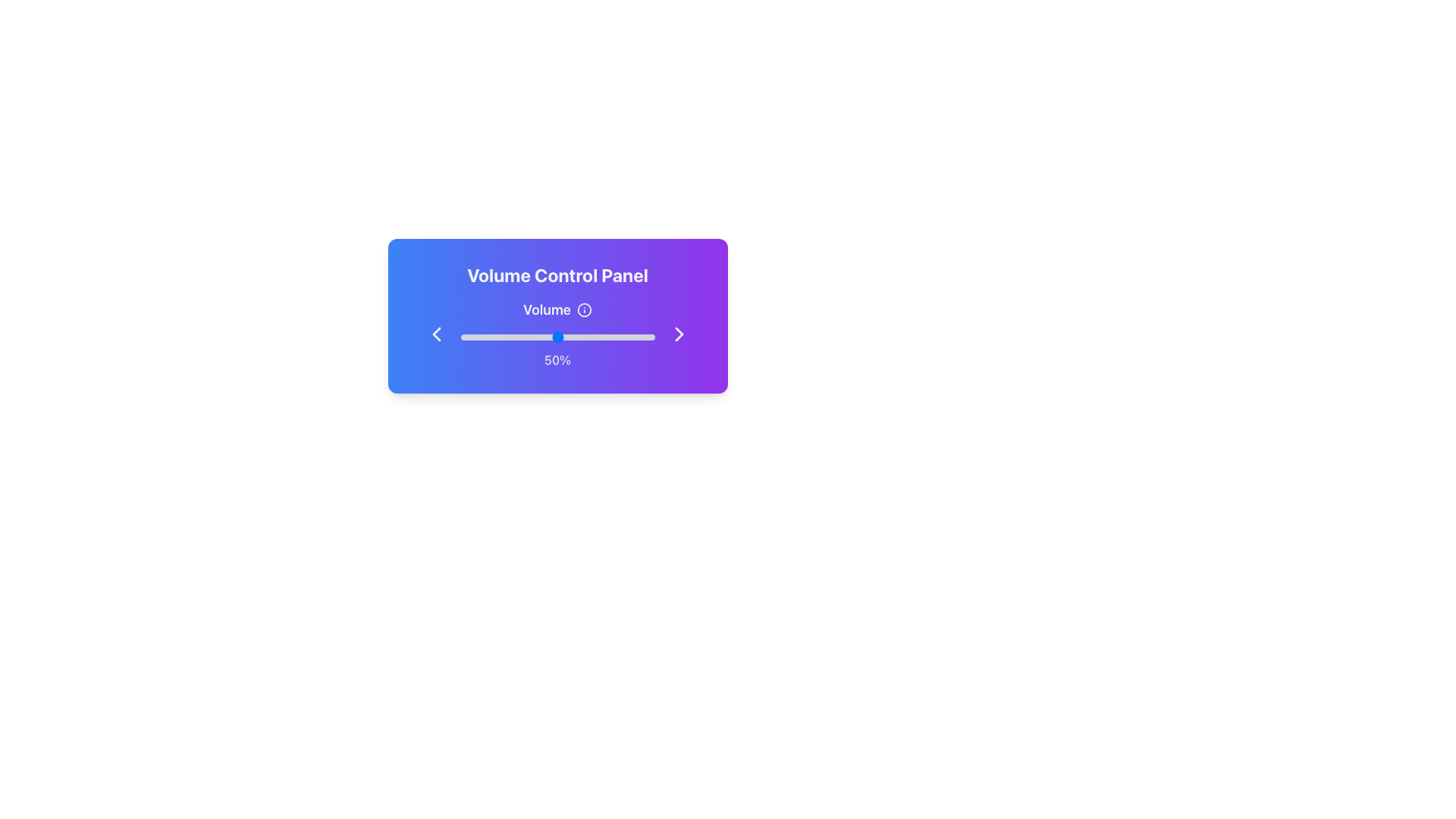 Image resolution: width=1456 pixels, height=819 pixels. I want to click on the volume level, so click(536, 336).